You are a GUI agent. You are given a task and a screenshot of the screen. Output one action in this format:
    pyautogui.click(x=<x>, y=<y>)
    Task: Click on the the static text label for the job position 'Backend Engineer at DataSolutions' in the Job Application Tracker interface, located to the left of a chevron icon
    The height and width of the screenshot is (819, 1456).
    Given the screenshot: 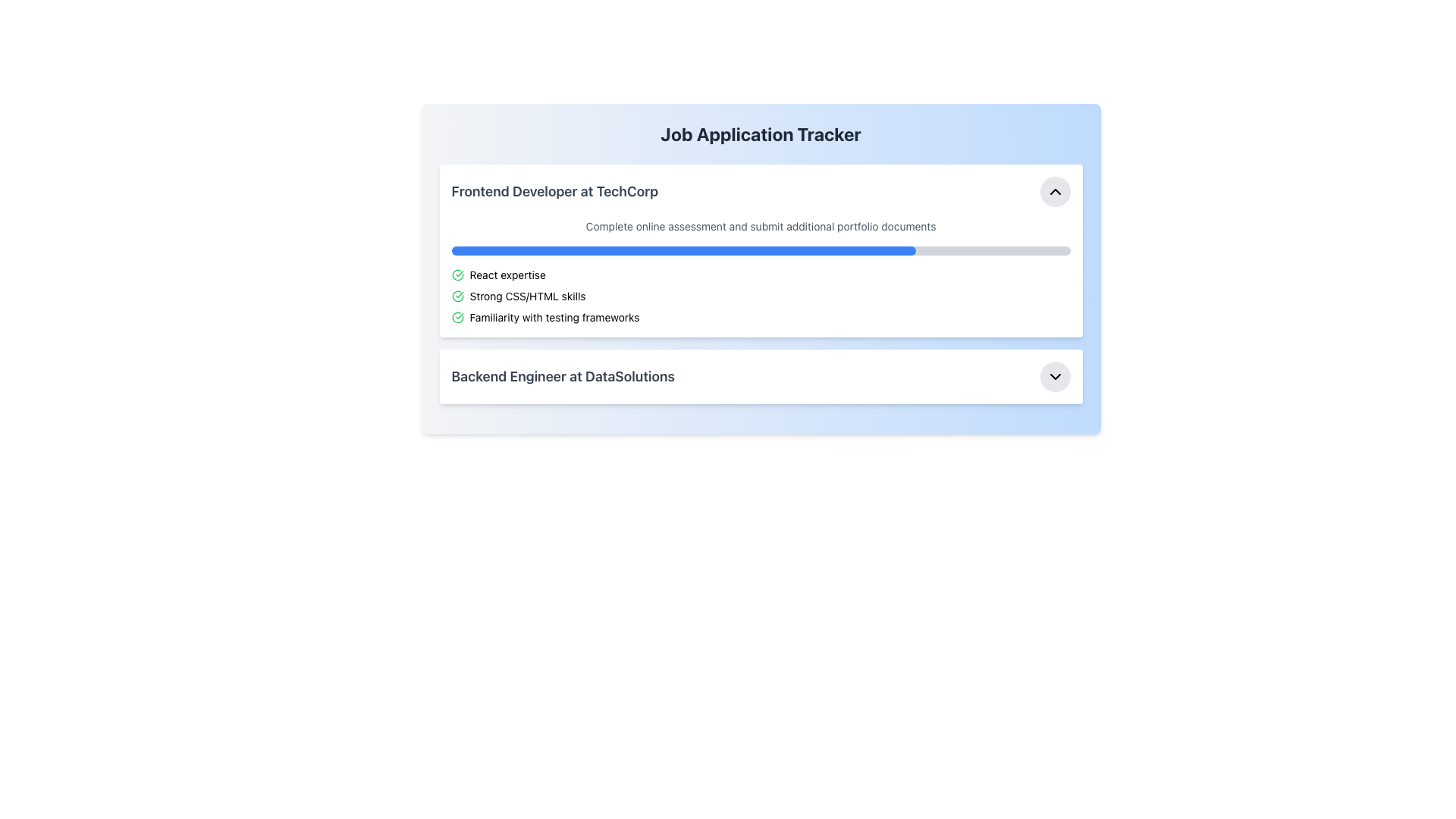 What is the action you would take?
    pyautogui.click(x=562, y=376)
    